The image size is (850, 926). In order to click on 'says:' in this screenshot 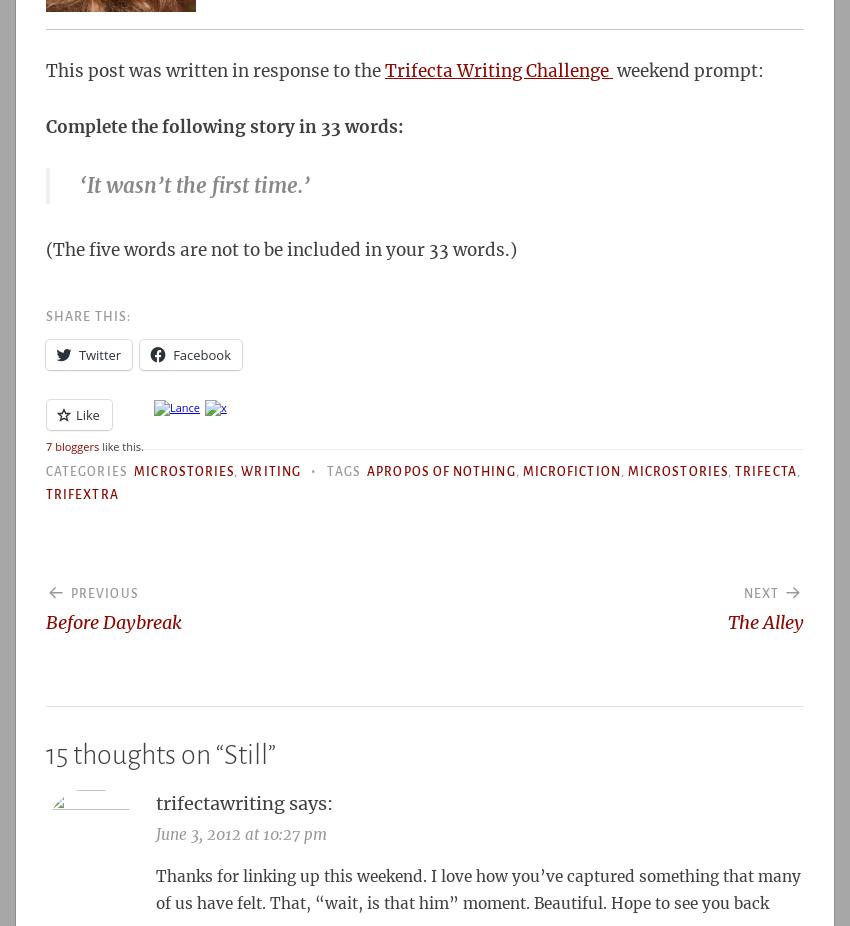, I will do `click(311, 803)`.